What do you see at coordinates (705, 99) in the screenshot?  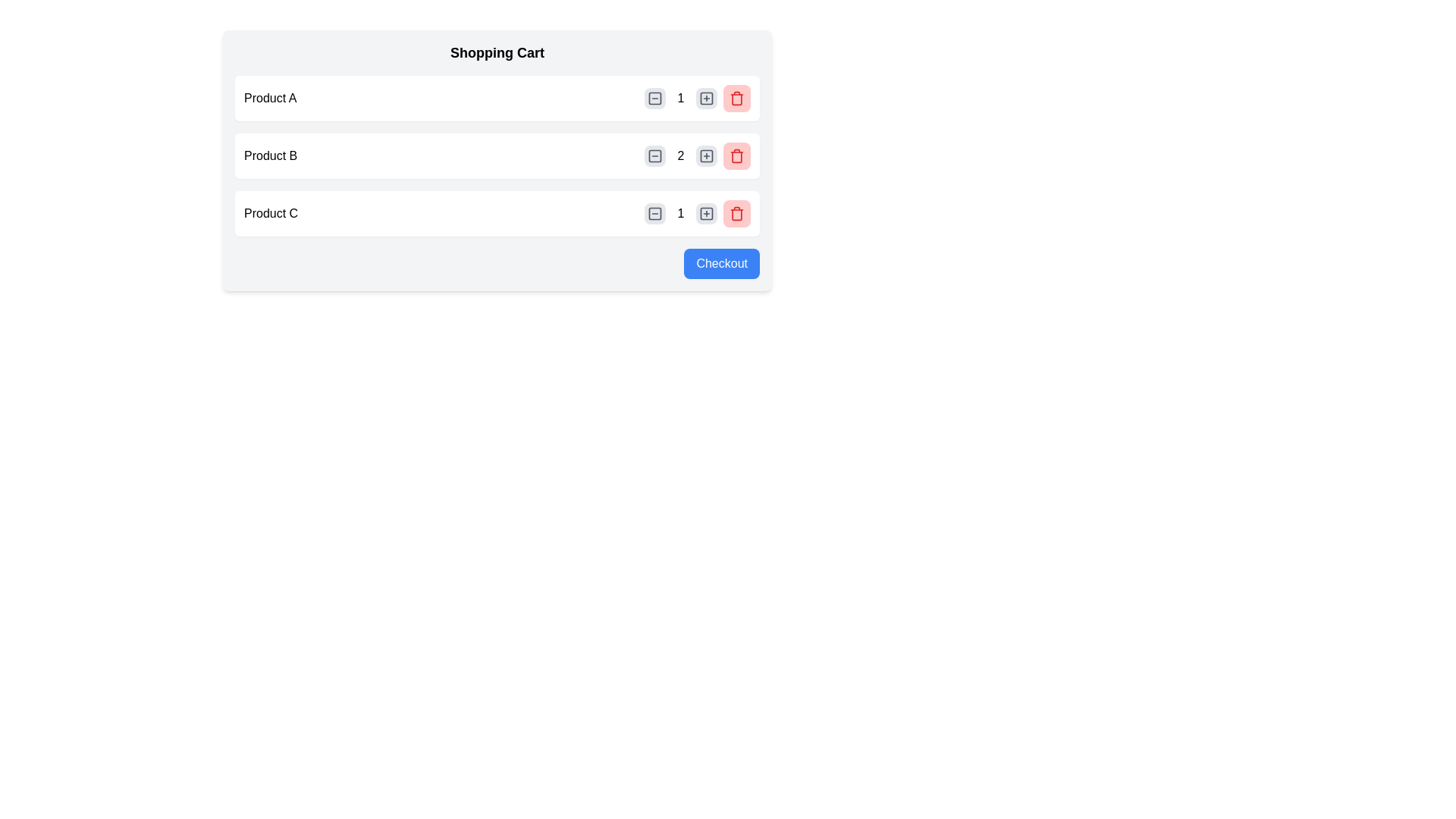 I see `the increment button located to the immediate right of the numeric quantity '1' for 'Product A' in the shopping cart interface to increase the quantity by one` at bounding box center [705, 99].